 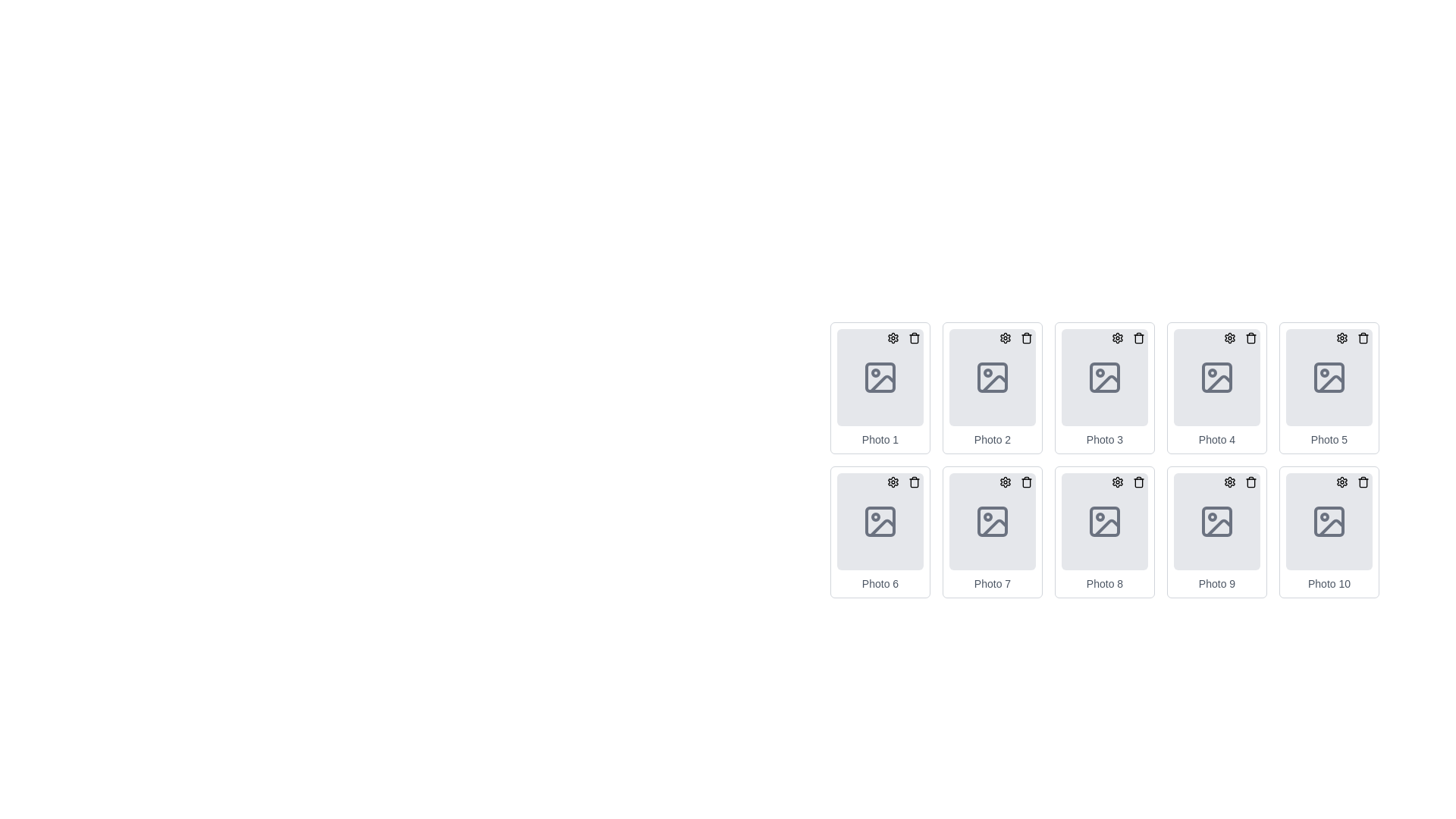 I want to click on the sixth SVG rectangle icon in the grid, which features rounded corners and a distinct border and background styling, so click(x=880, y=520).